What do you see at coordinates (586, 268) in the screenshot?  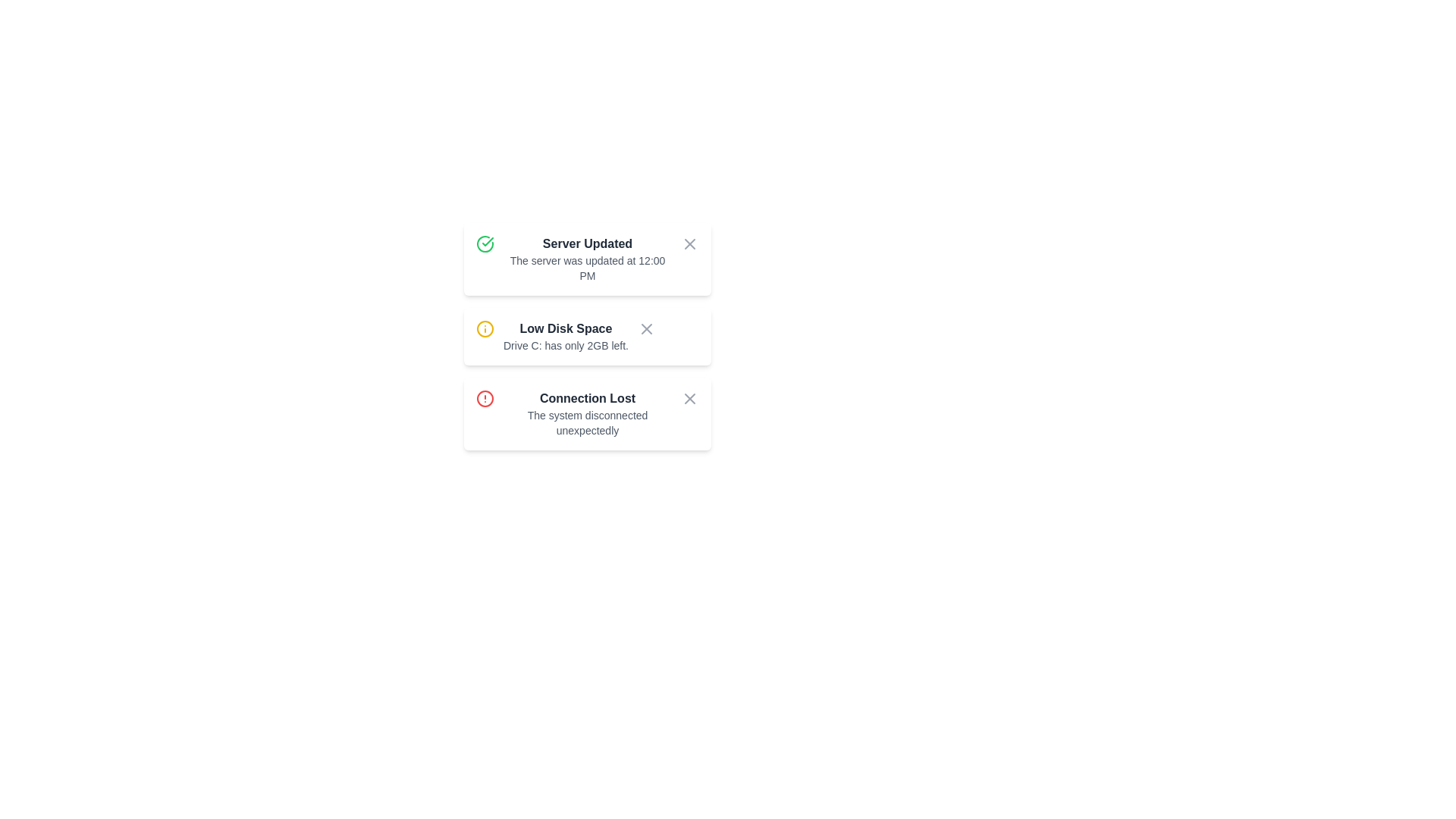 I see `the text label displaying the message 'The server was updated at 12:00 PM', which is centered beneath the bold title 'Server Updated'` at bounding box center [586, 268].